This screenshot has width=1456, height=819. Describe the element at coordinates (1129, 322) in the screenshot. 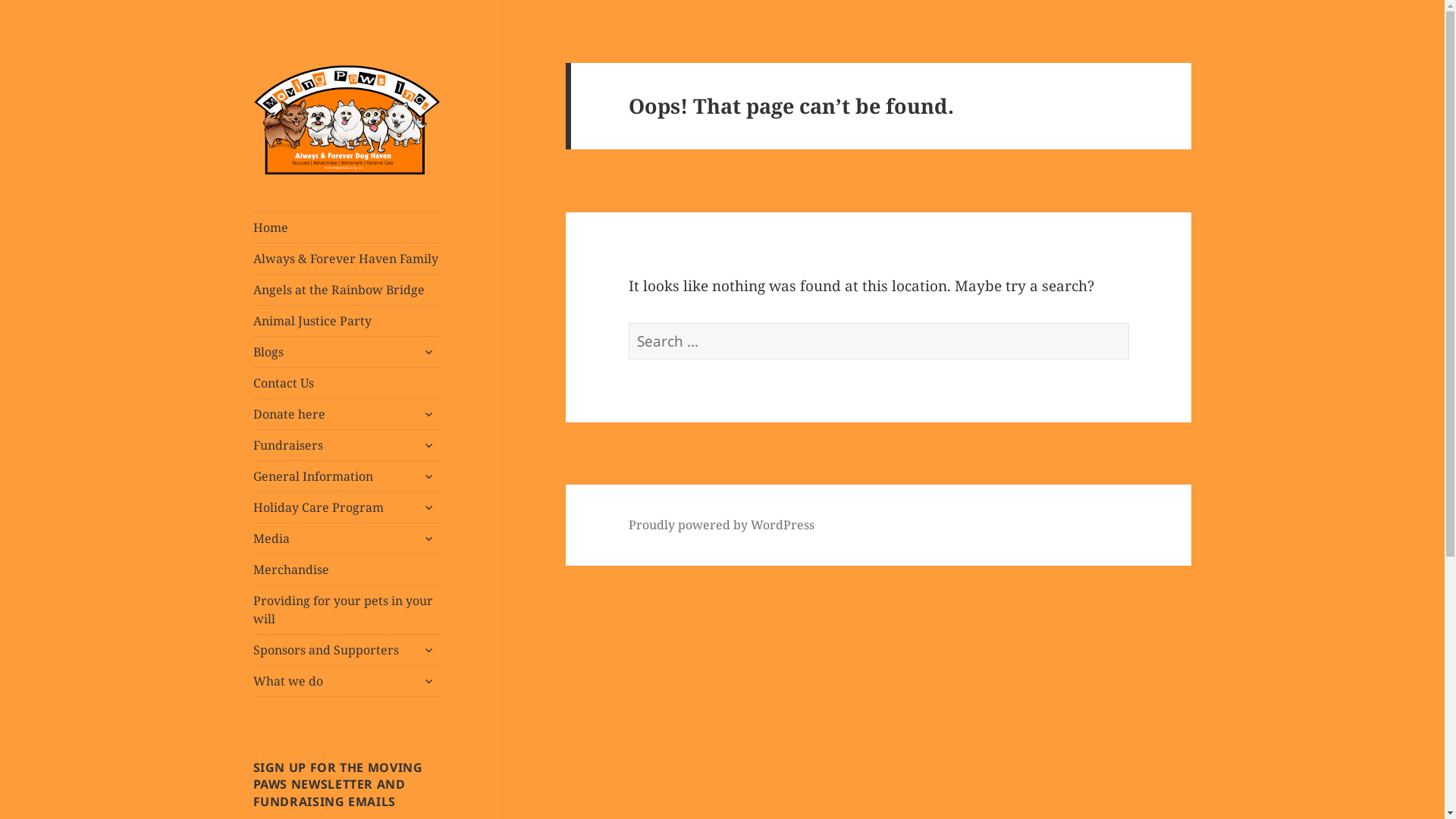

I see `'Search'` at that location.